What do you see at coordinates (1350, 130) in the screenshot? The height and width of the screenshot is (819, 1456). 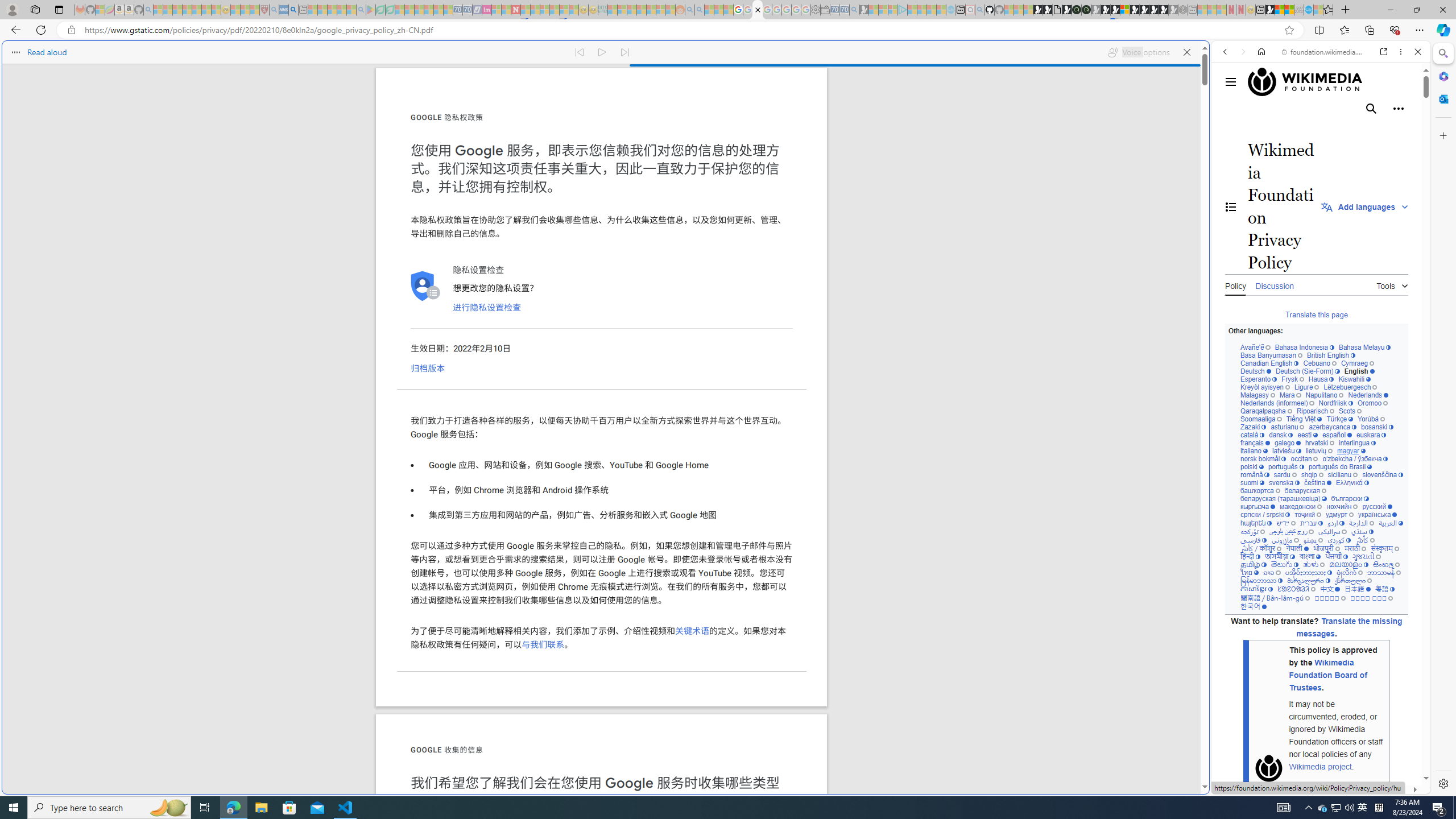 I see `'SEARCH TOOLS'` at bounding box center [1350, 130].